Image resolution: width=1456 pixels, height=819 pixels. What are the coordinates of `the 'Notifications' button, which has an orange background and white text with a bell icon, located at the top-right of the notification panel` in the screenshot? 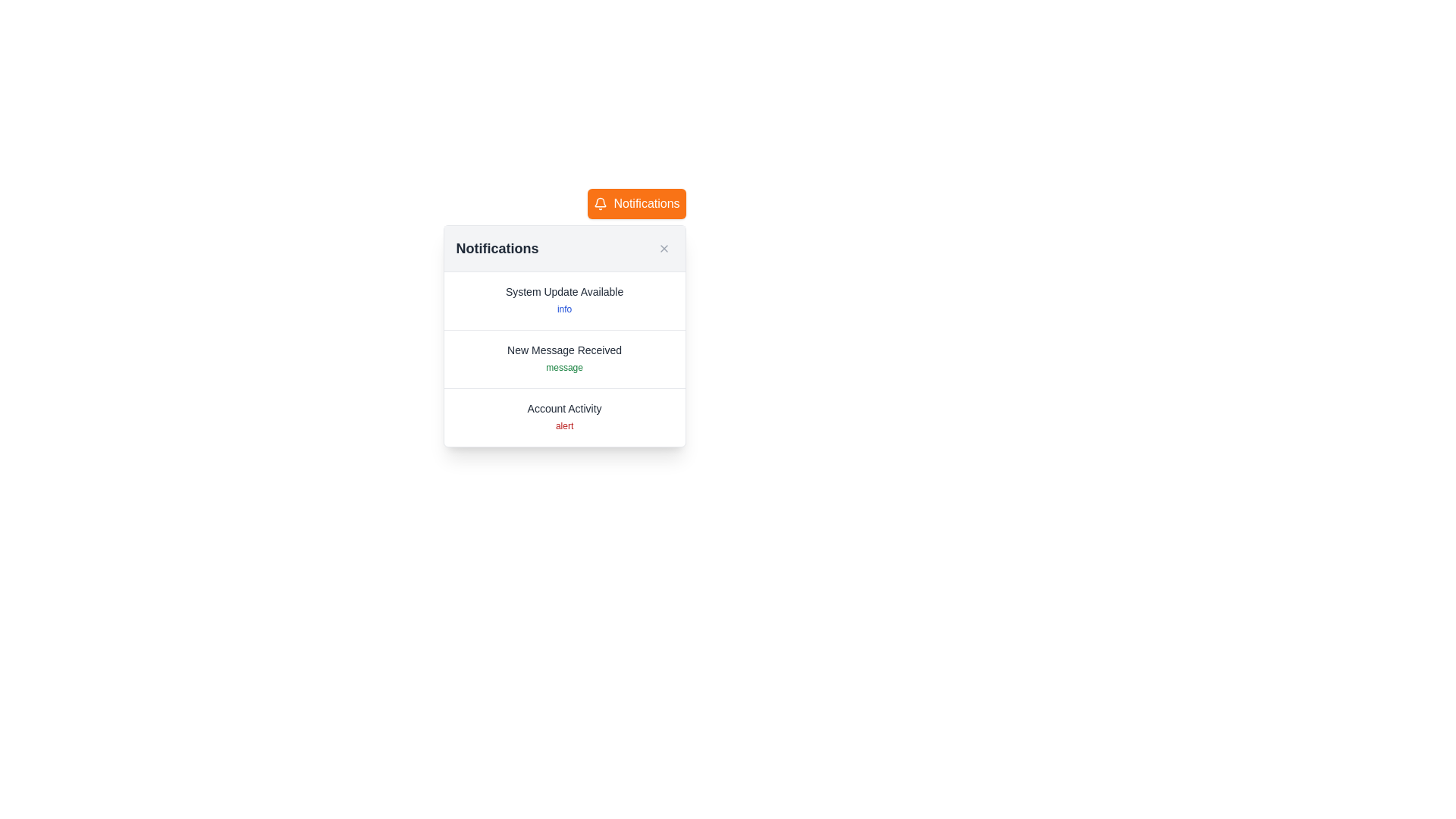 It's located at (637, 203).